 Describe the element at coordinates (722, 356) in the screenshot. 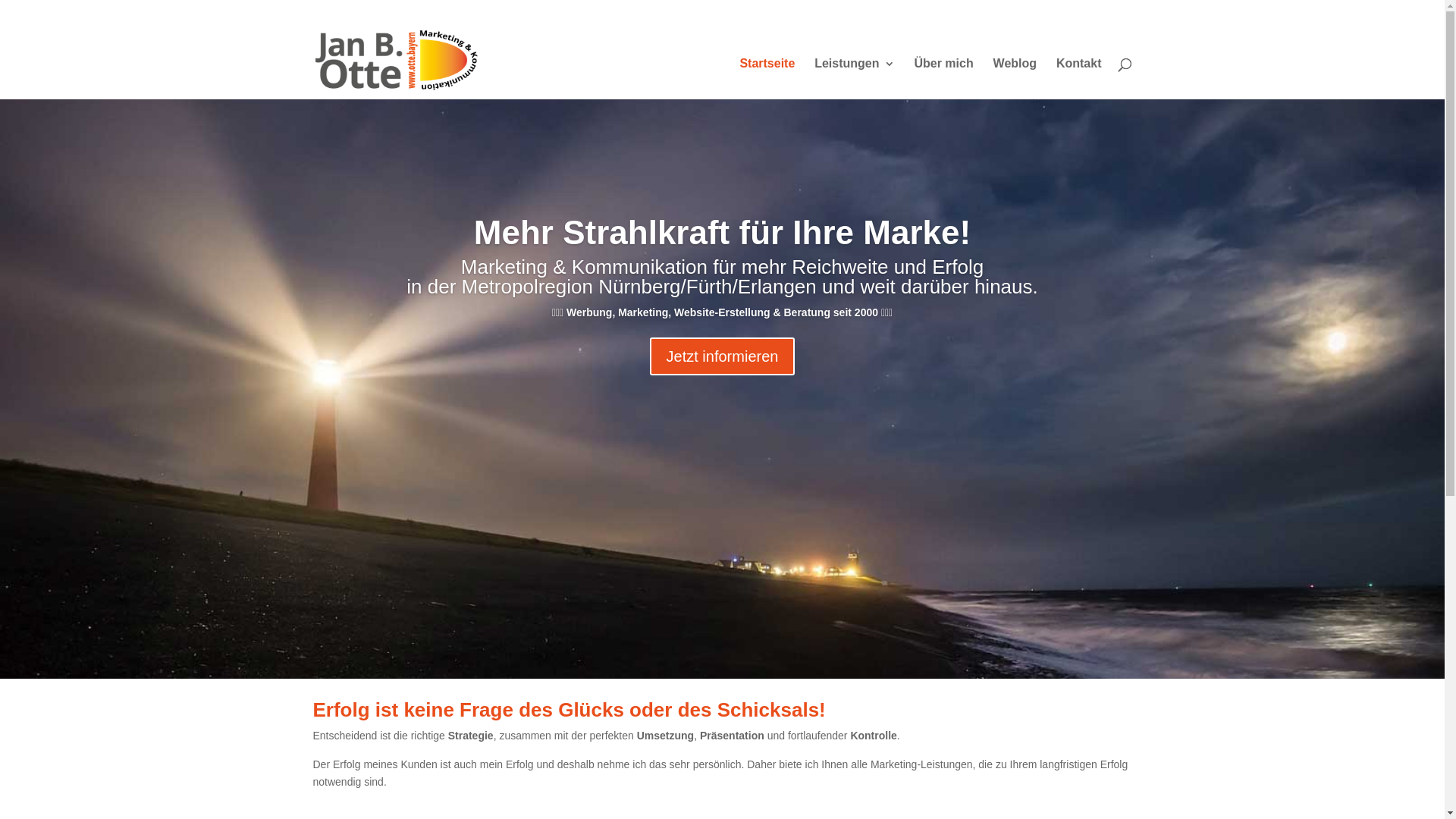

I see `'Jetzt informieren'` at that location.